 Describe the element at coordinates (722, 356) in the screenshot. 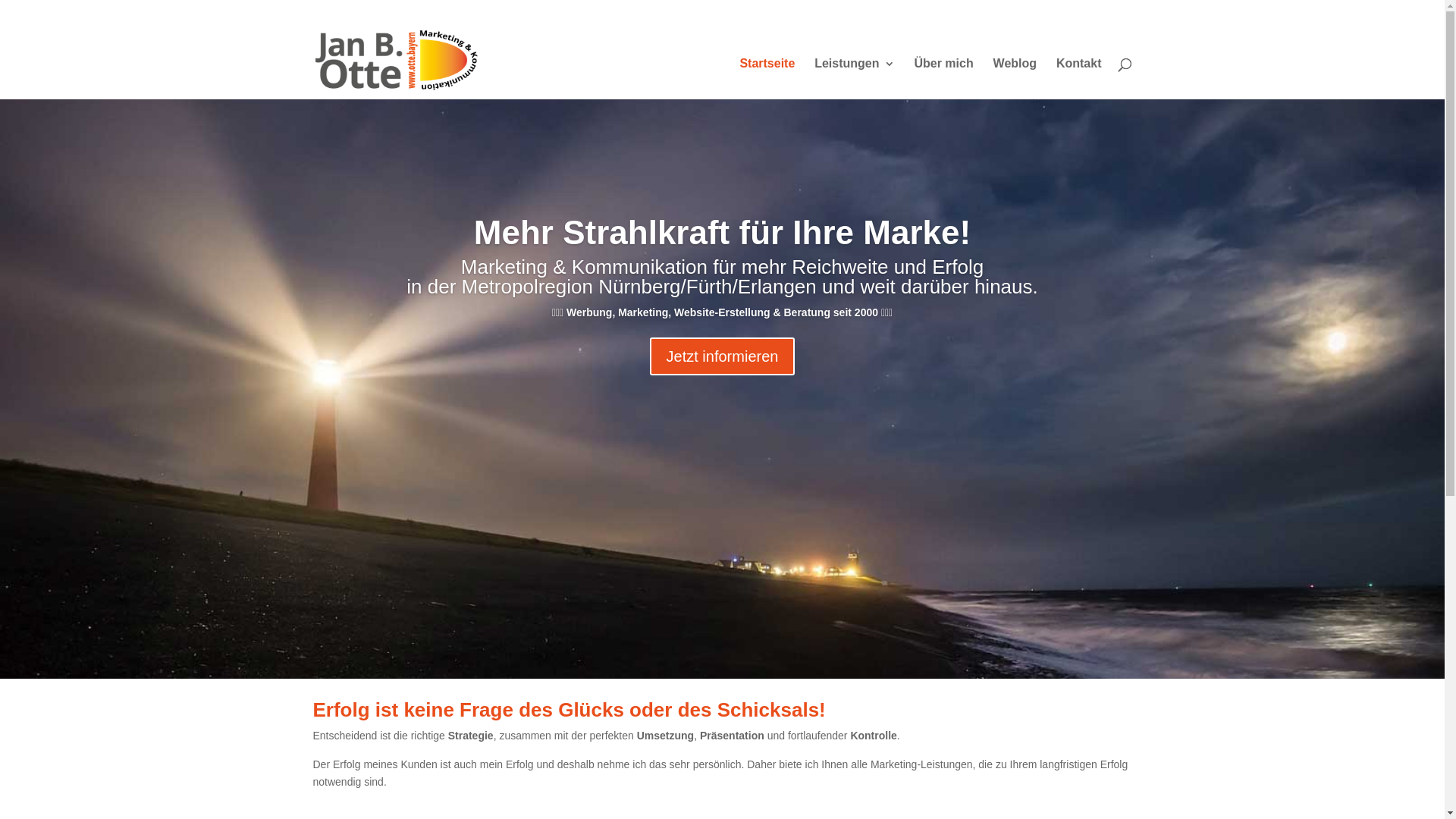

I see `'Jetzt informieren'` at that location.